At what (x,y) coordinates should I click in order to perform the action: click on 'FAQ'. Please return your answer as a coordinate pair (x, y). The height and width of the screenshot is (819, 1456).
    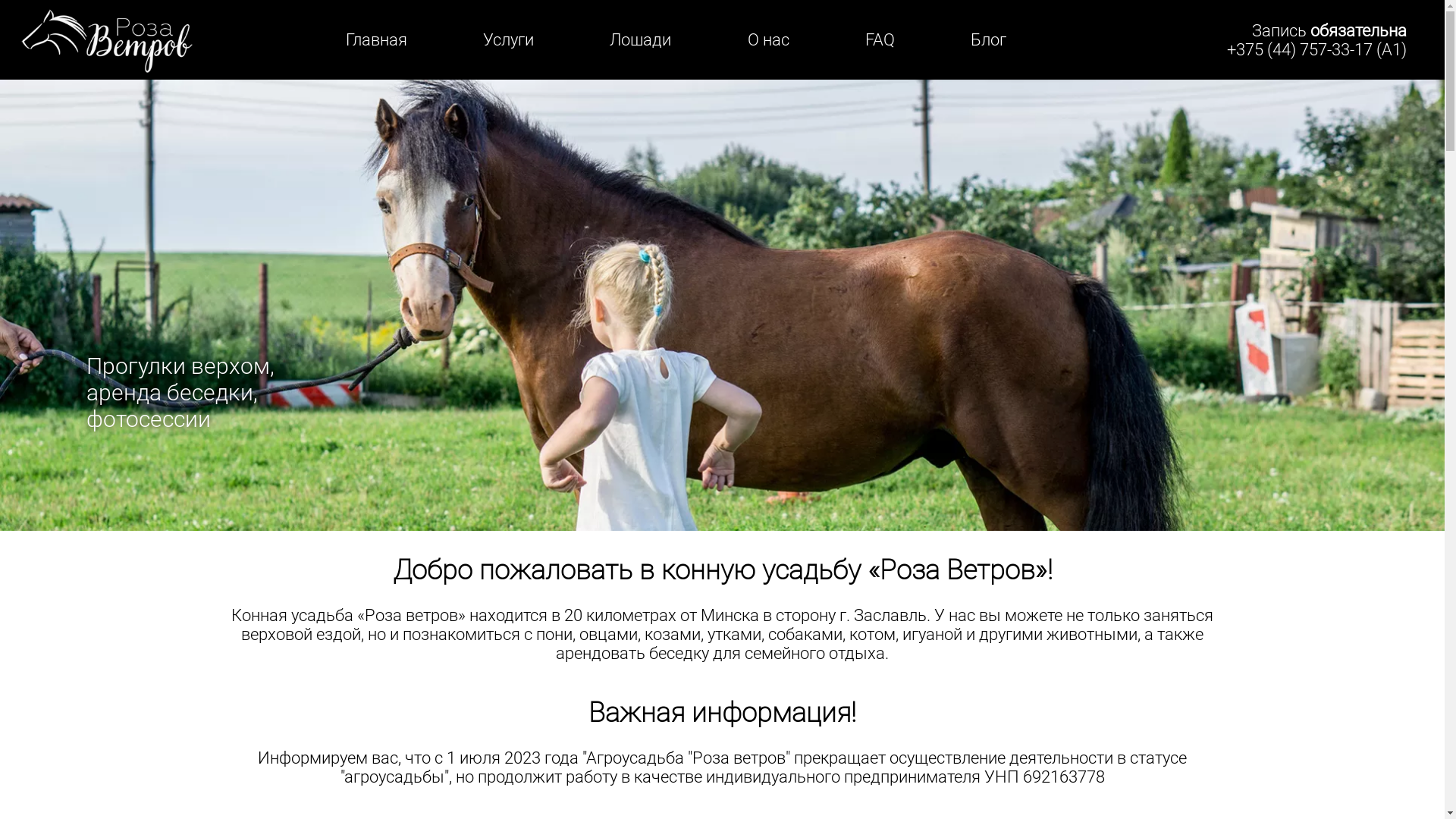
    Looking at the image, I should click on (865, 39).